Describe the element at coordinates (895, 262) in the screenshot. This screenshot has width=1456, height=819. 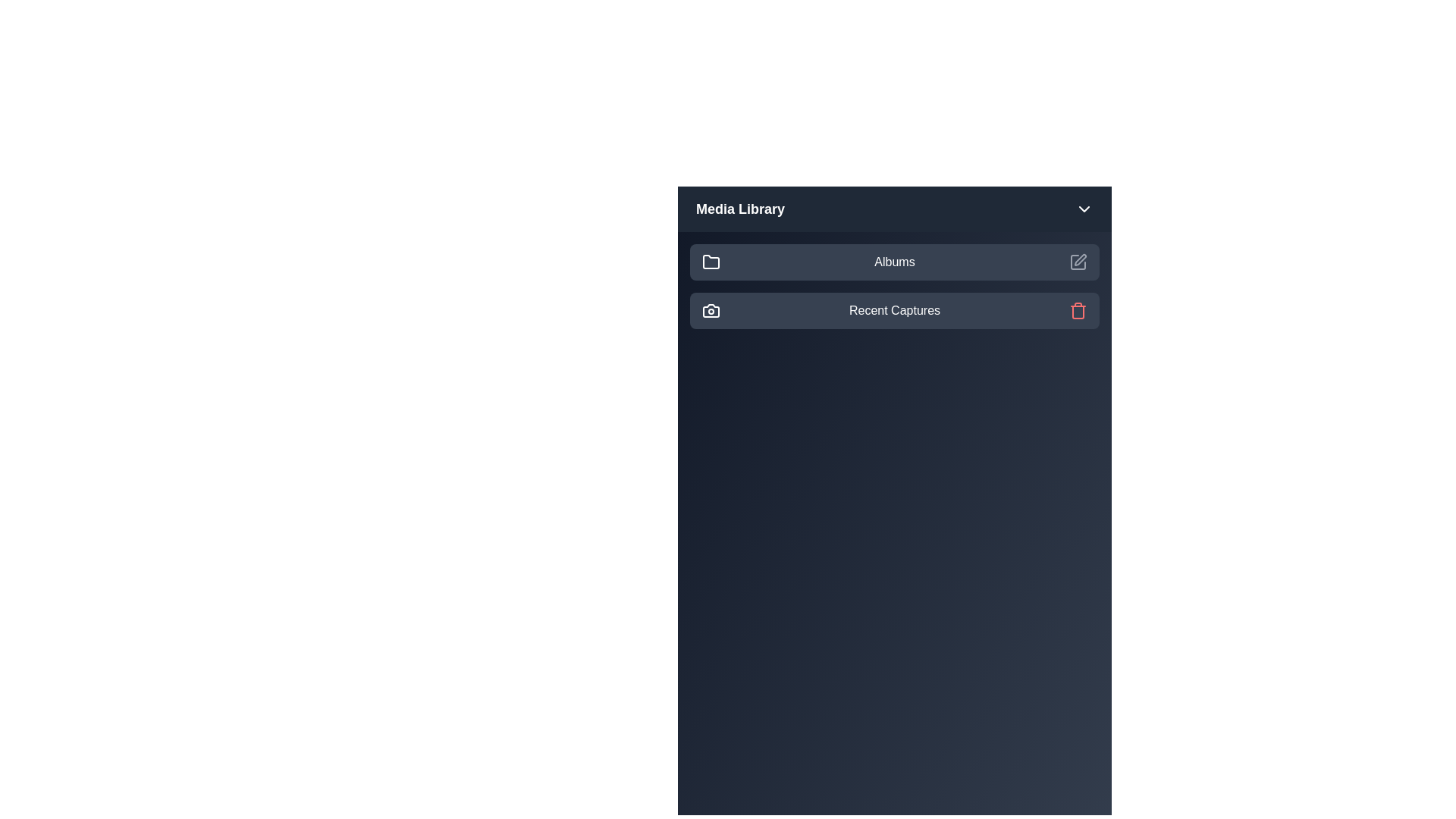
I see `the 'Albums' item in the MediaLibraryMenu component` at that location.